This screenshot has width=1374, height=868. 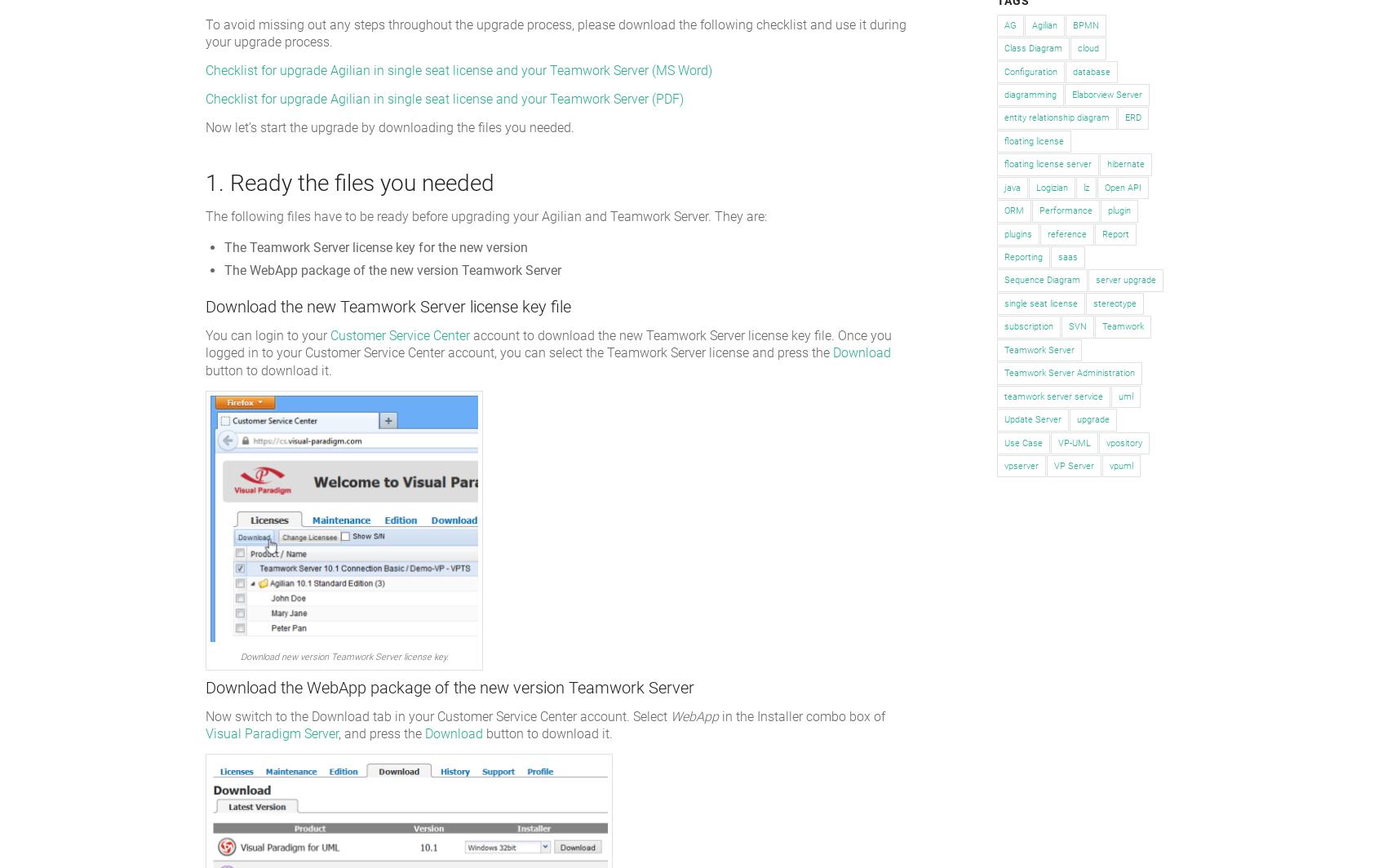 What do you see at coordinates (205, 733) in the screenshot?
I see `'Visual Paradigm Server'` at bounding box center [205, 733].